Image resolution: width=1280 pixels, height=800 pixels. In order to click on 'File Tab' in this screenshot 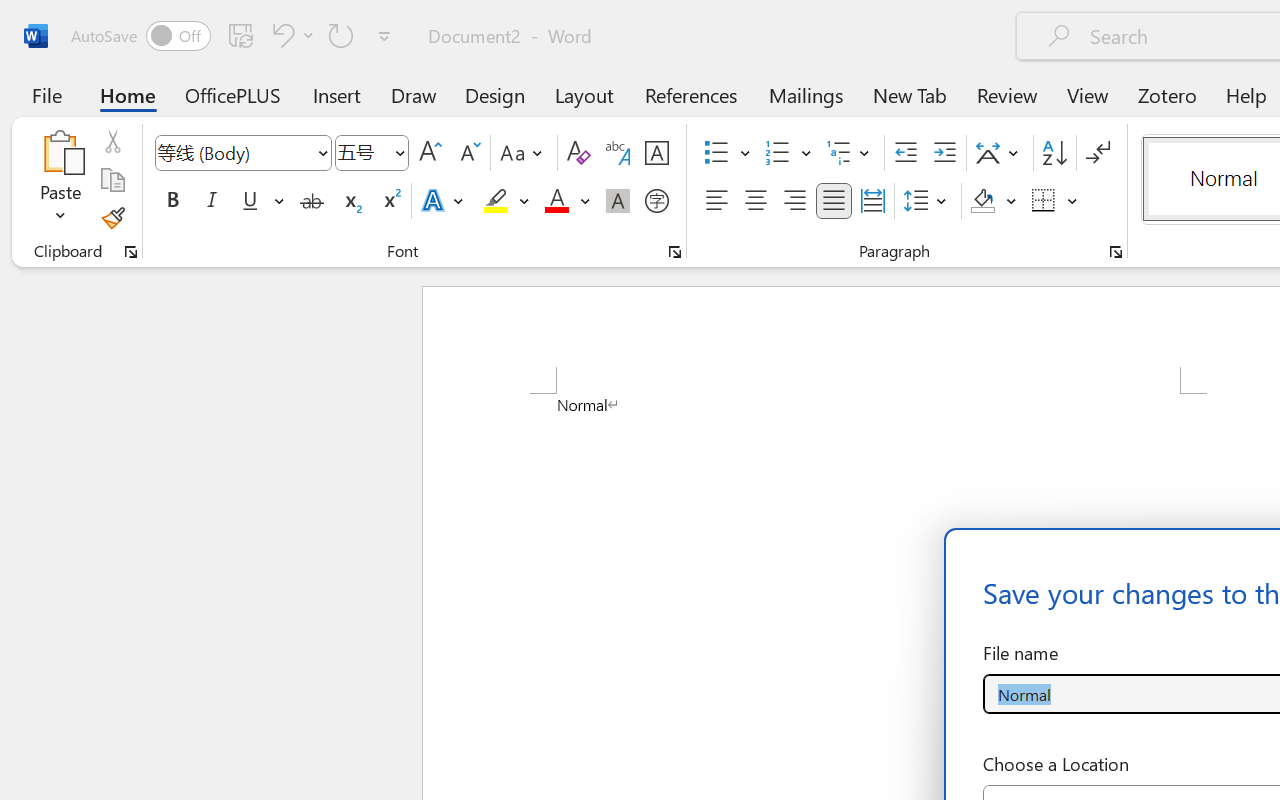, I will do `click(46, 94)`.